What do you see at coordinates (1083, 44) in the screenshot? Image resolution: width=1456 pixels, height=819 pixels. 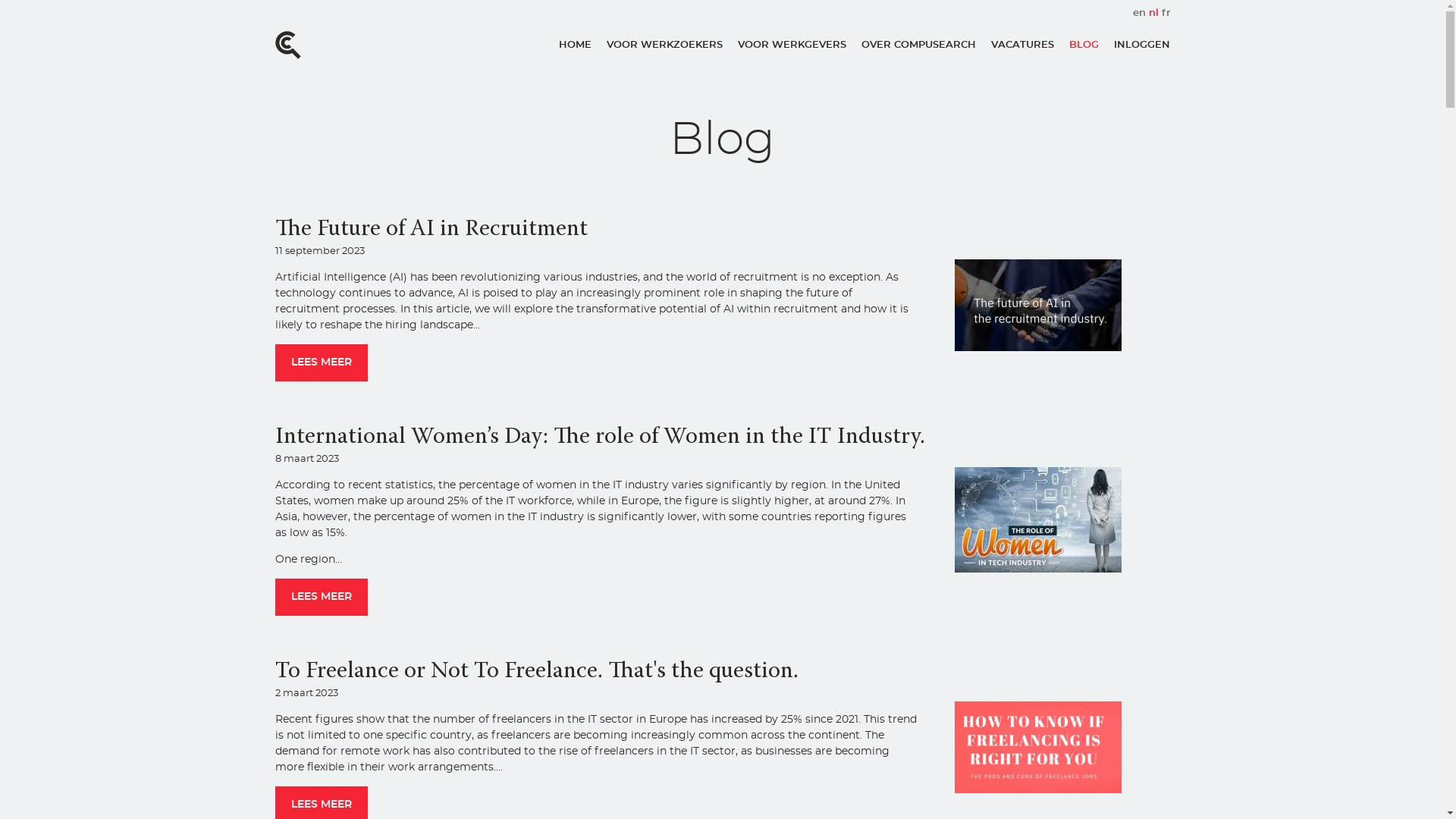 I see `'BLOG'` at bounding box center [1083, 44].